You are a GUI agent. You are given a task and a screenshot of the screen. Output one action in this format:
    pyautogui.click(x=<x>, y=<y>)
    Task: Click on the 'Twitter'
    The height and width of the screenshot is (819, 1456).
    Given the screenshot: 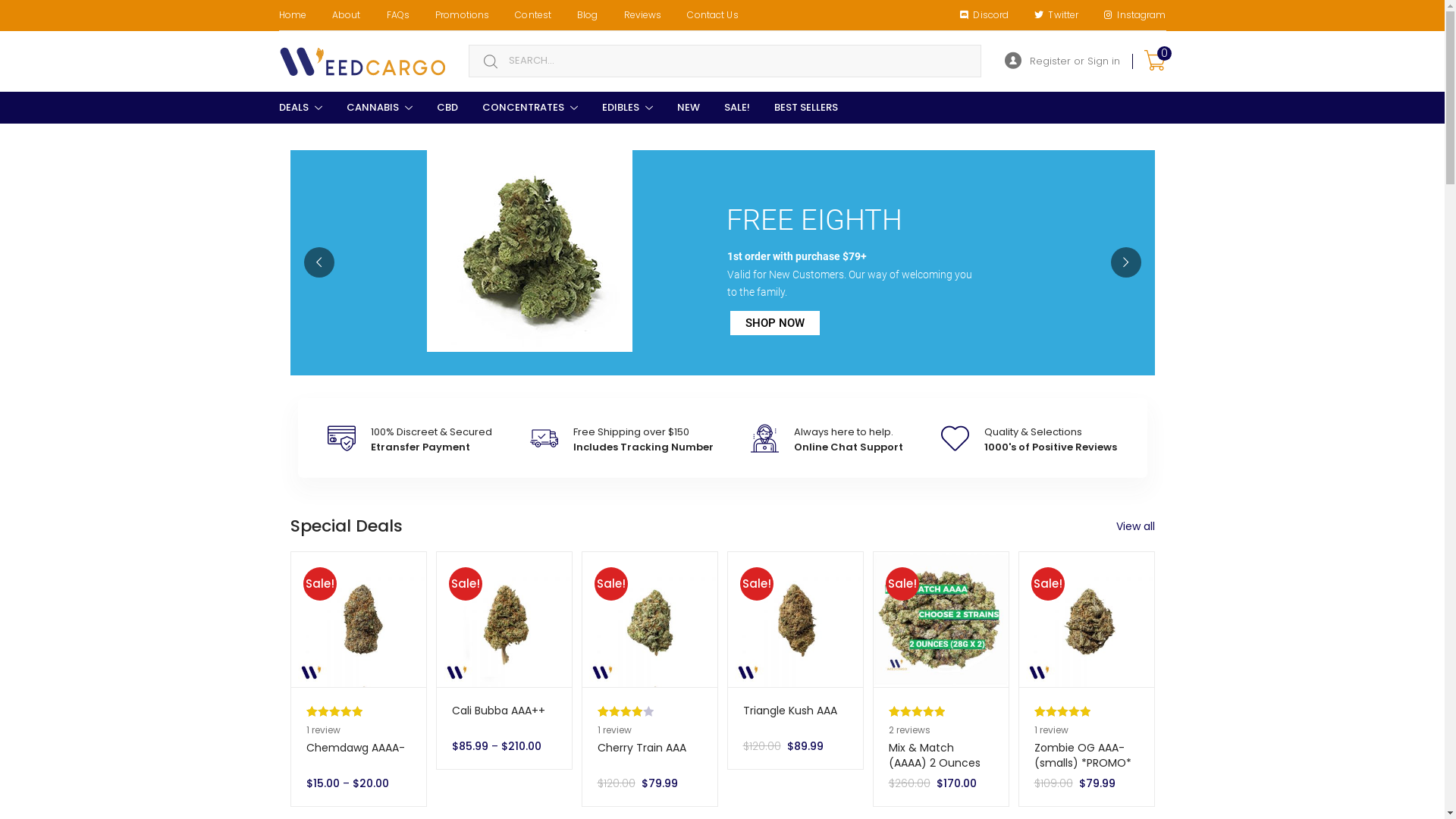 What is the action you would take?
    pyautogui.click(x=1055, y=14)
    